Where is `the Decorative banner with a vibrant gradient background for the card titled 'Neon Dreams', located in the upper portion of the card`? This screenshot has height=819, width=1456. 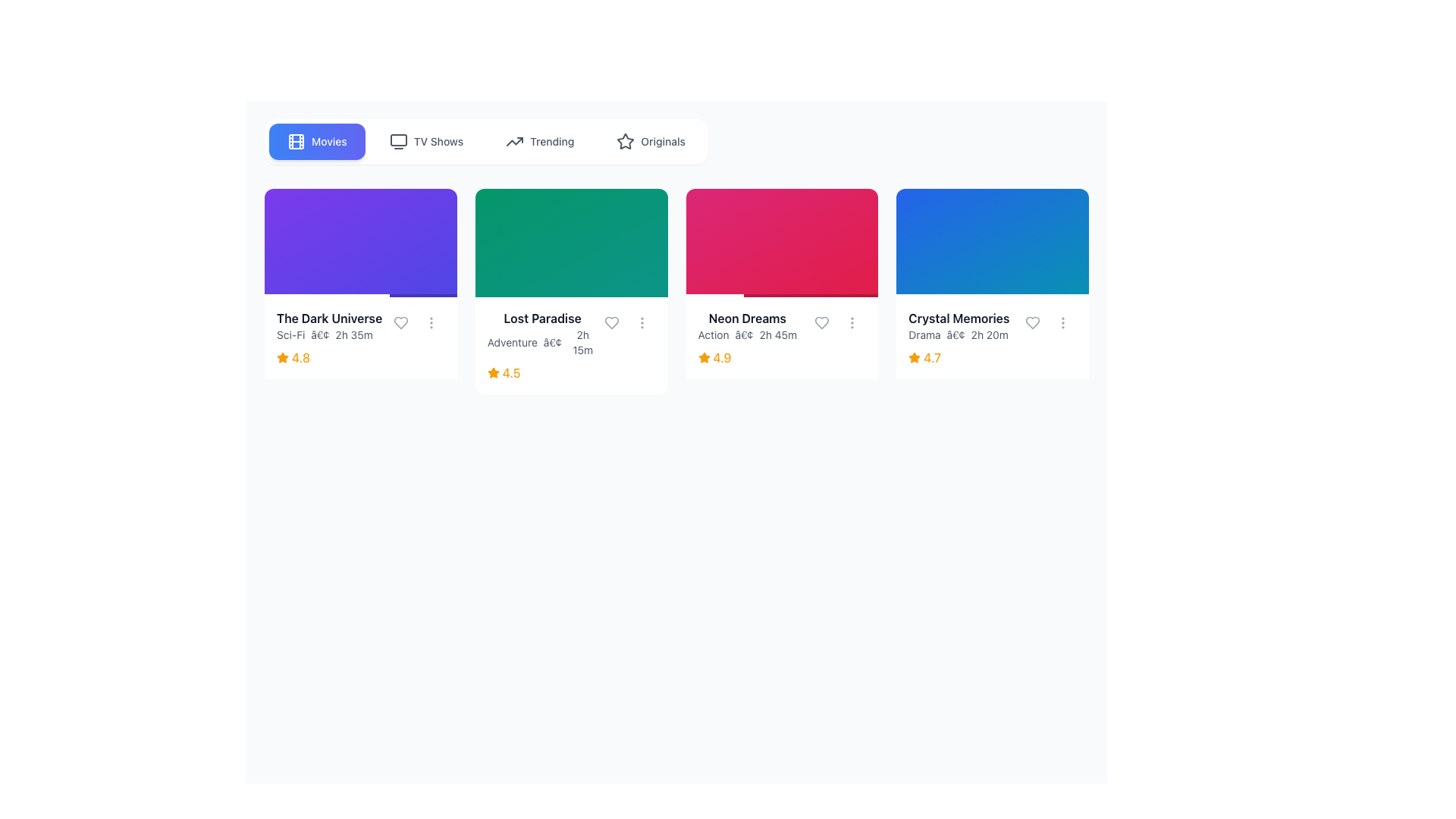
the Decorative banner with a vibrant gradient background for the card titled 'Neon Dreams', located in the upper portion of the card is located at coordinates (782, 242).